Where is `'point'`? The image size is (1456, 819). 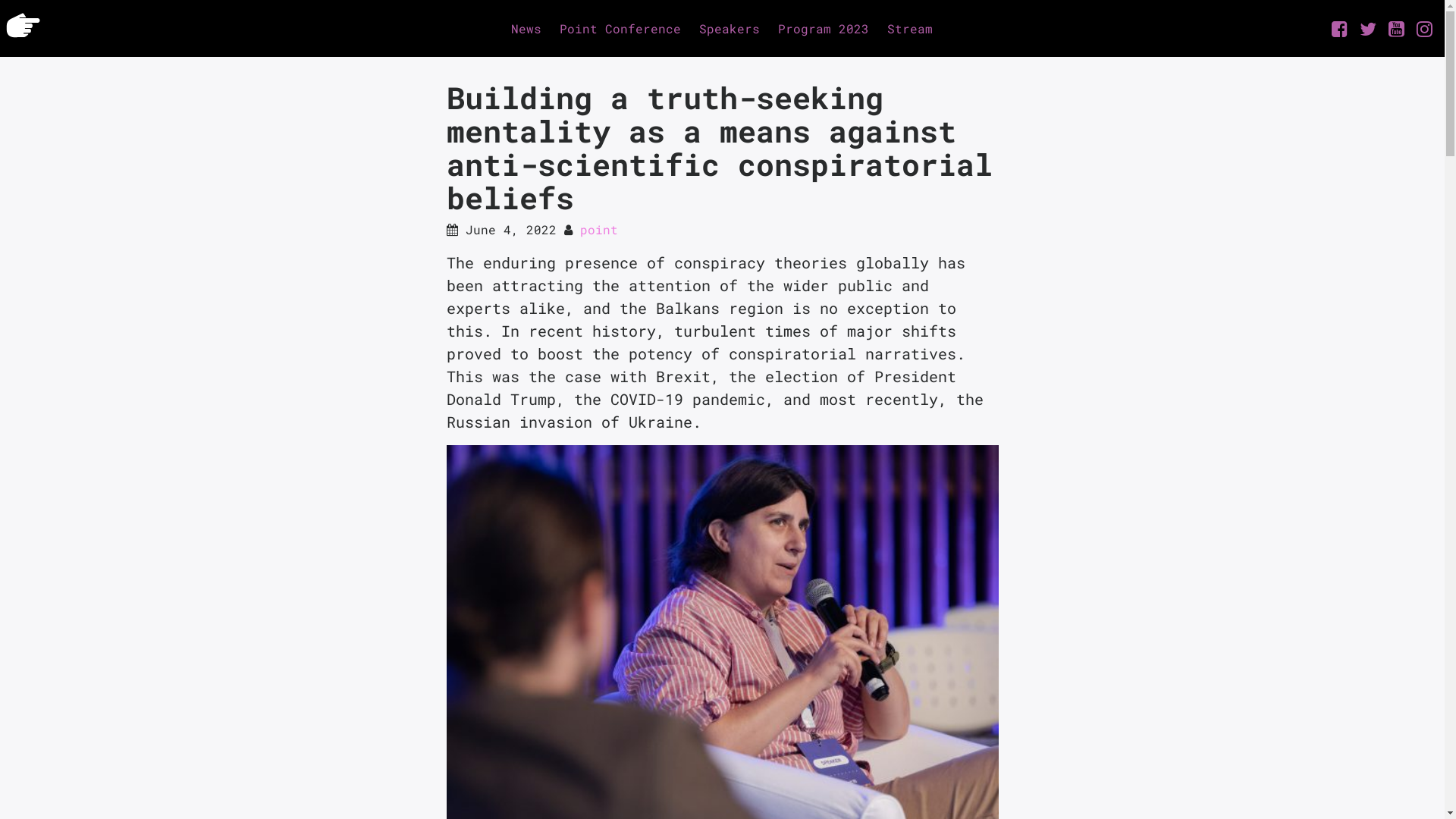 'point' is located at coordinates (597, 229).